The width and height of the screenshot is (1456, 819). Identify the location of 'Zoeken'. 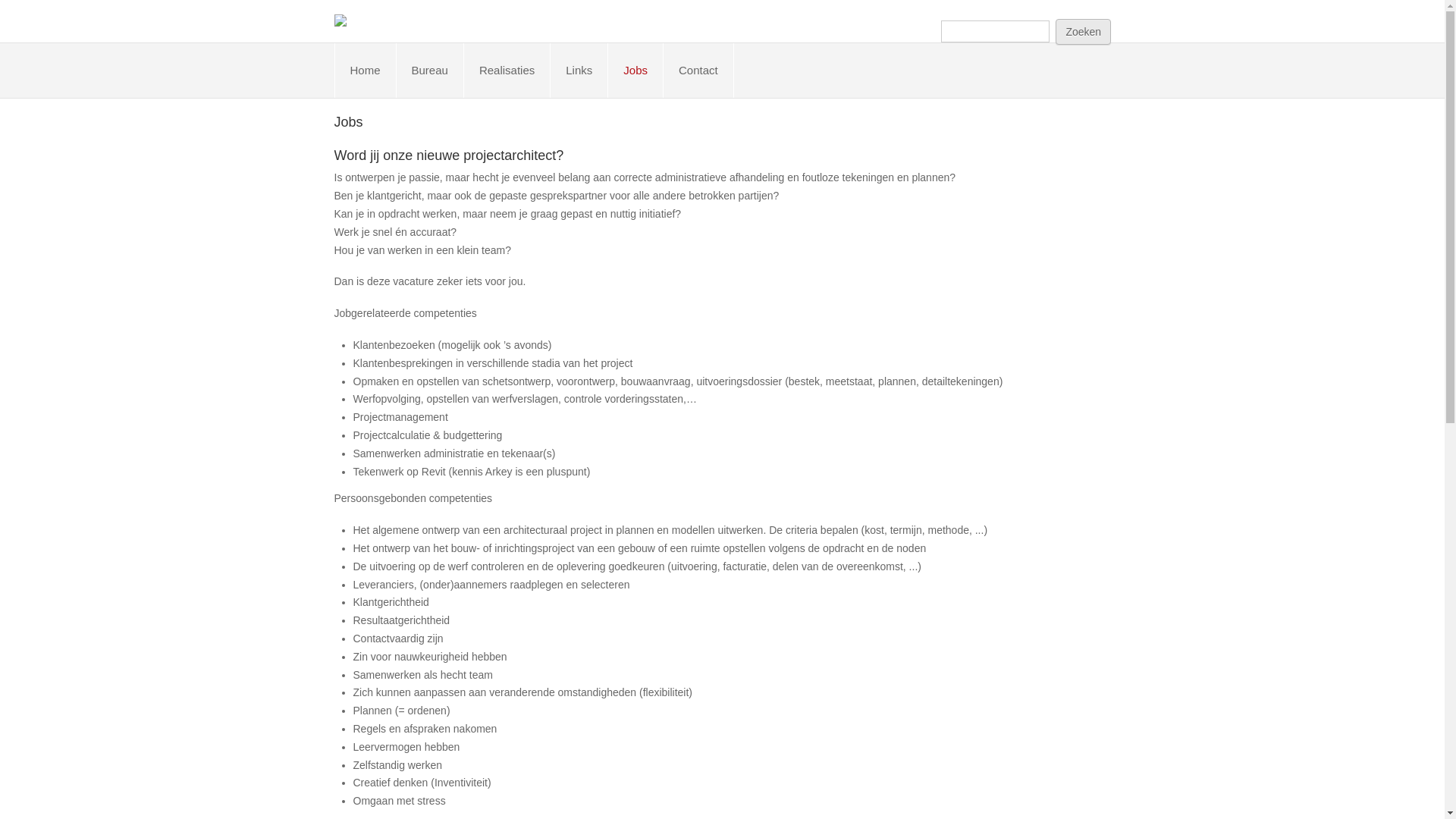
(1082, 32).